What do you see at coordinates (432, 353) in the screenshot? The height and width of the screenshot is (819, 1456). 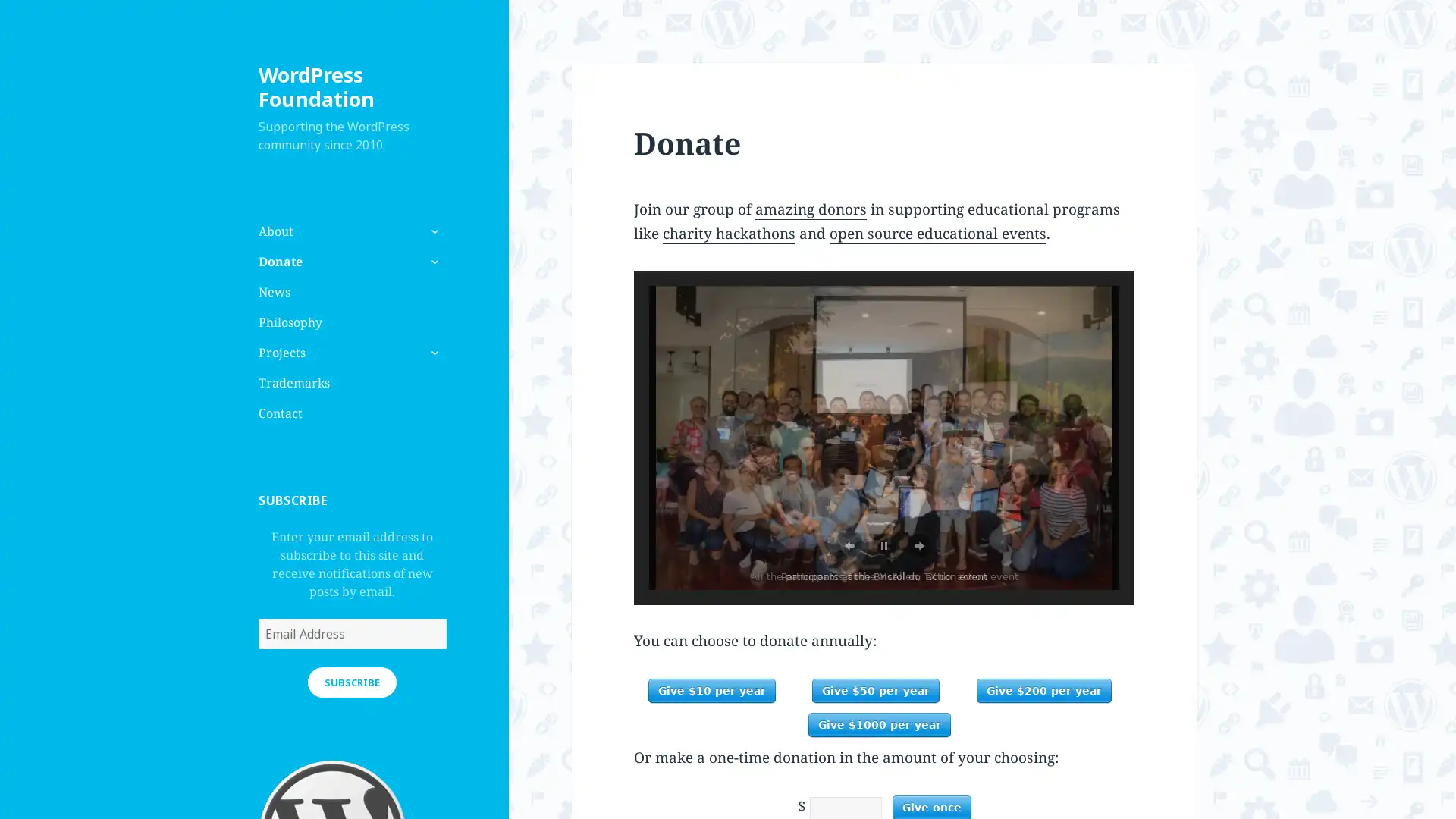 I see `expand child menu` at bounding box center [432, 353].